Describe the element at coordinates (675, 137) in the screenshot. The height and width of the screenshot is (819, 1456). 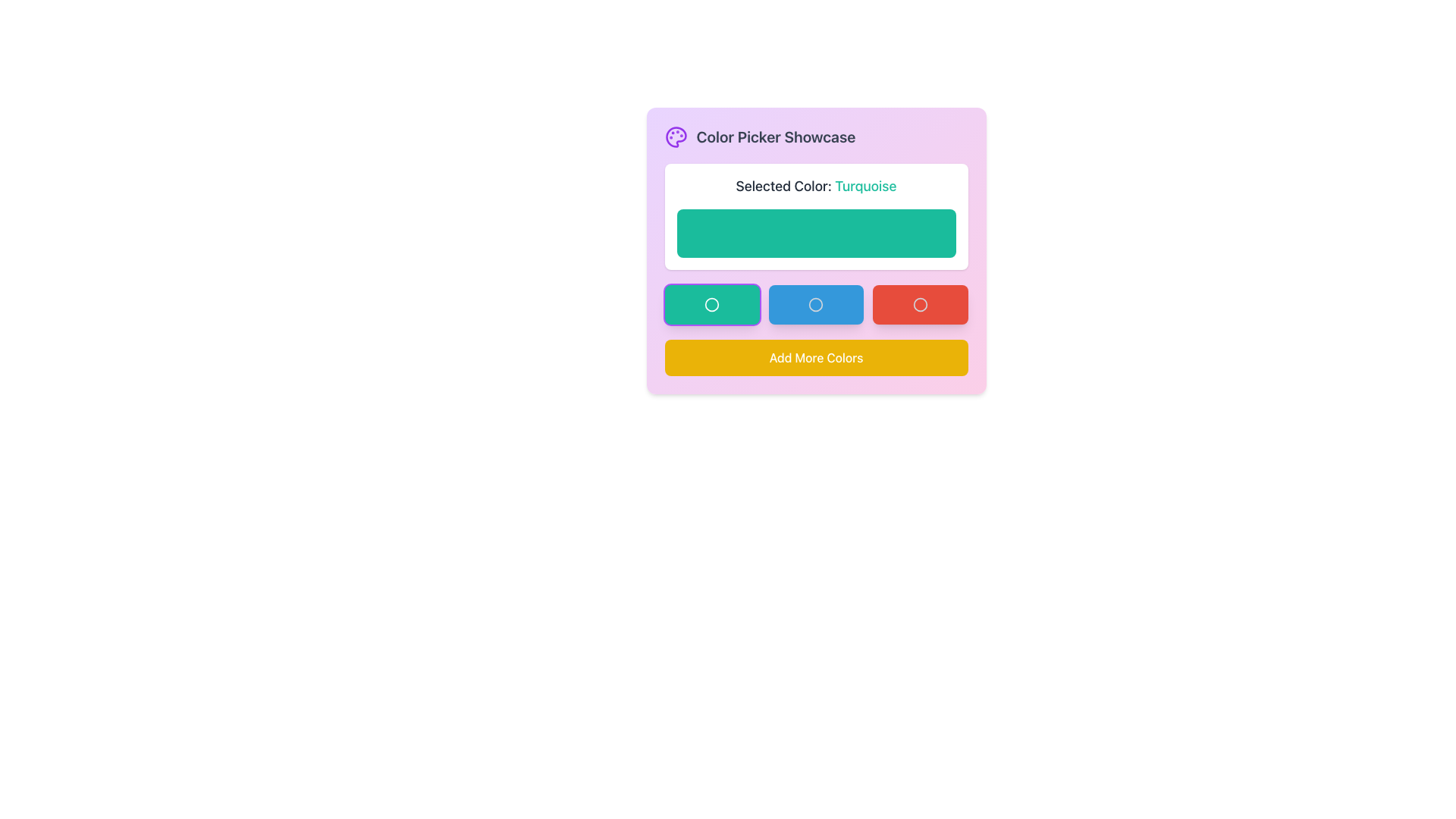
I see `the painter's palette icon, which is purple and located to the left of the 'Color Picker Showcase' text at the top of the widget` at that location.